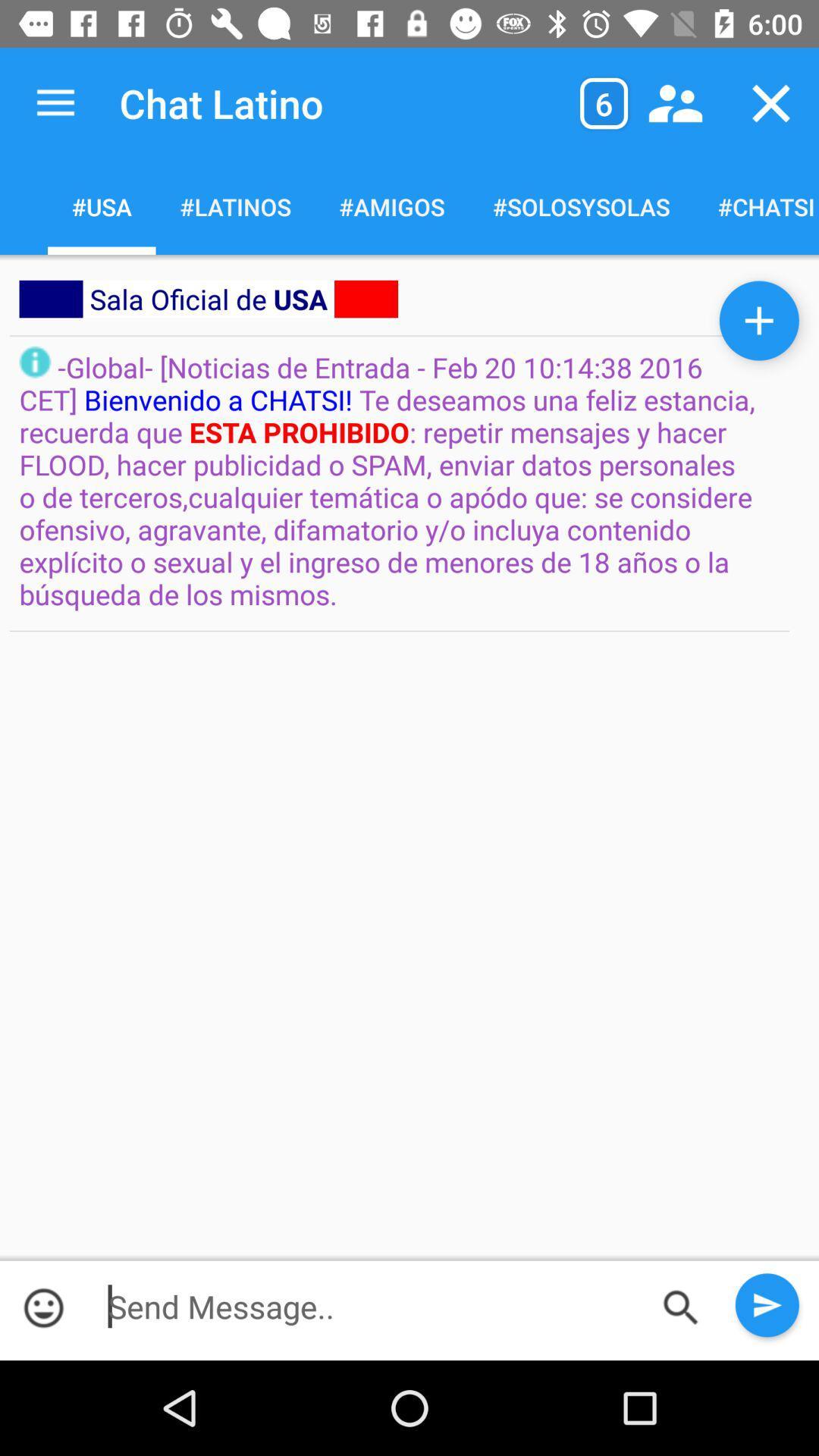 Image resolution: width=819 pixels, height=1456 pixels. Describe the element at coordinates (55, 102) in the screenshot. I see `the item to the left of the chat latino` at that location.